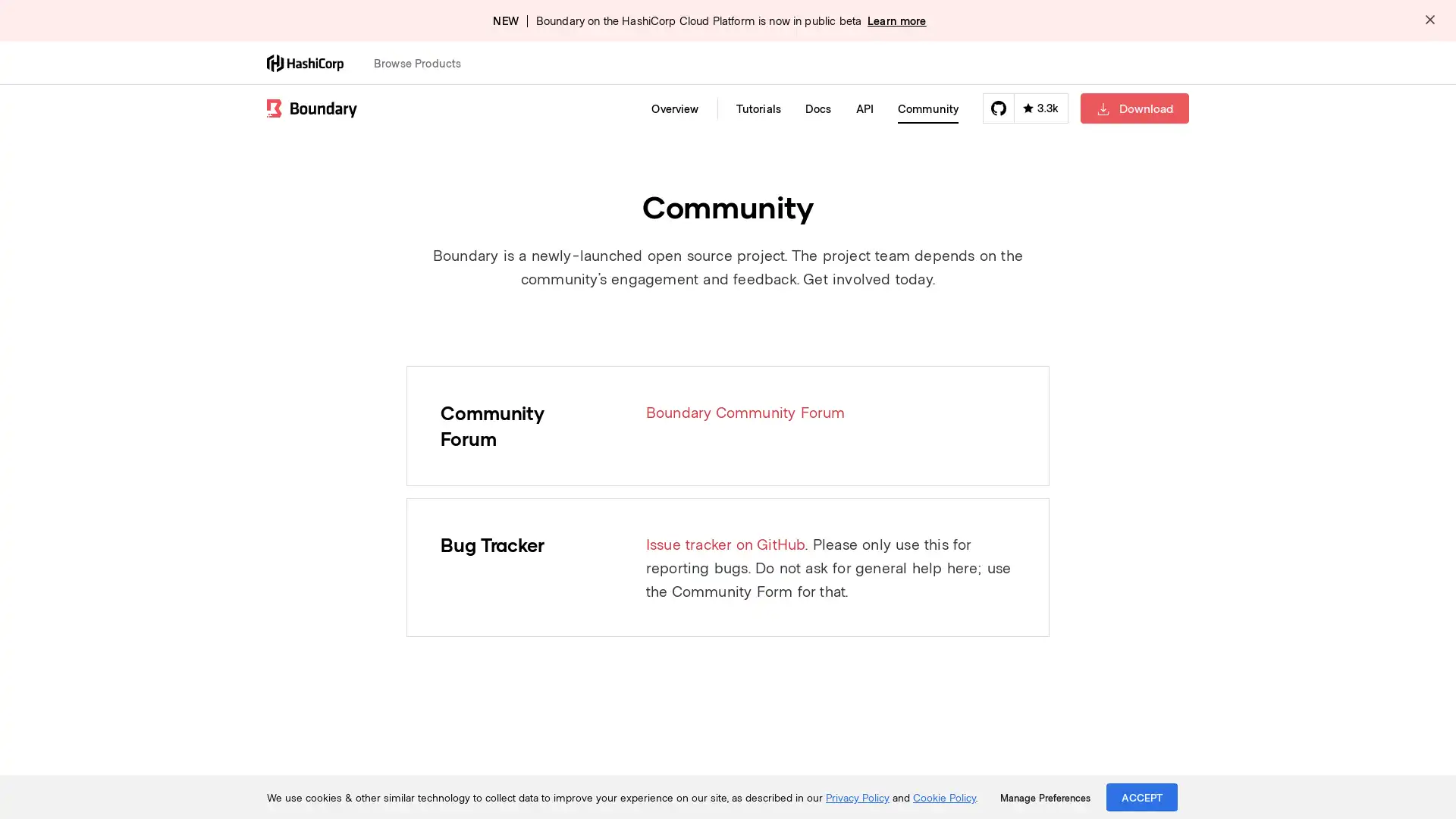  Describe the element at coordinates (424, 62) in the screenshot. I see `Browse Products Open this menu` at that location.